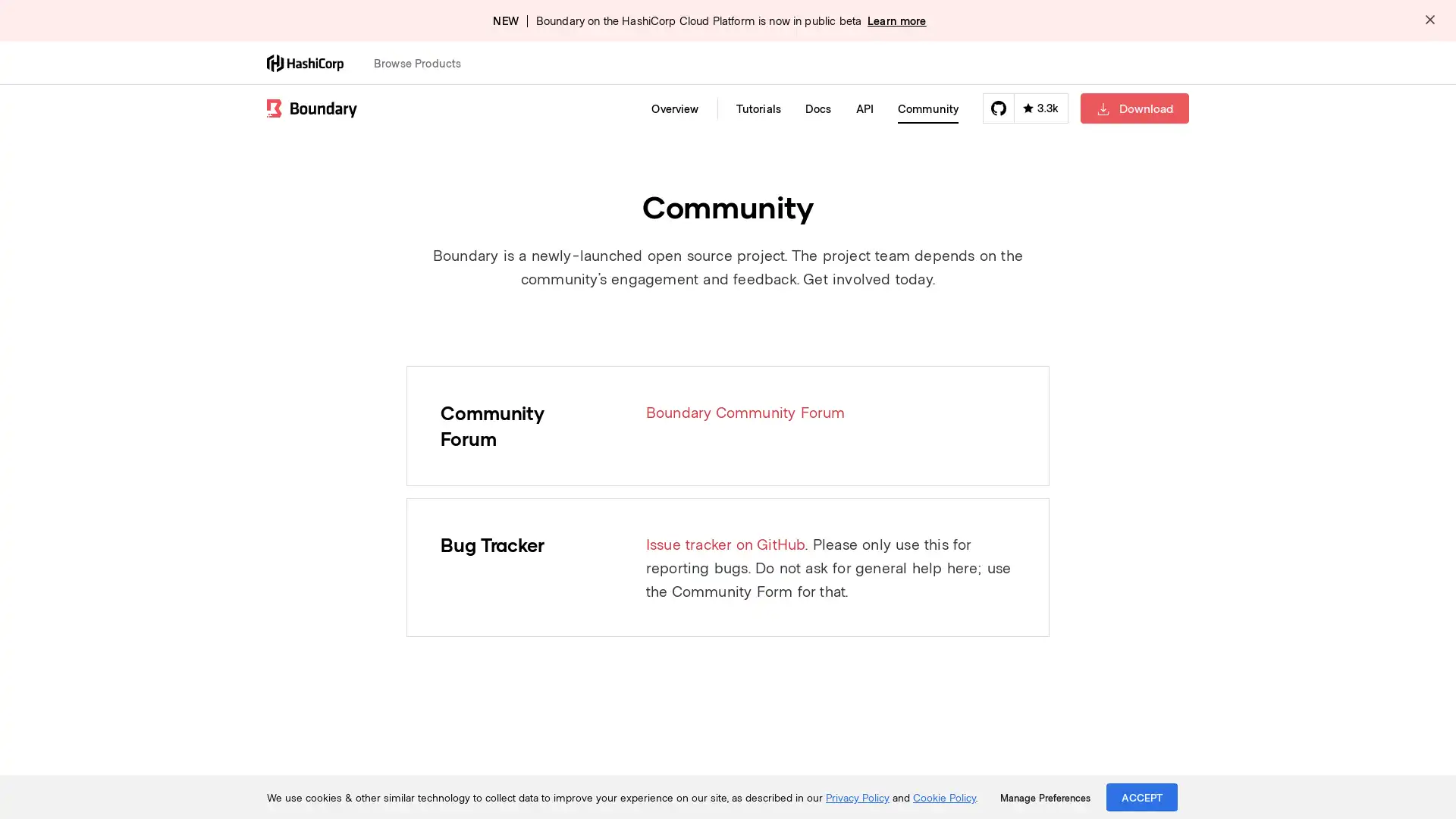  Describe the element at coordinates (424, 62) in the screenshot. I see `Browse Products Open this menu` at that location.